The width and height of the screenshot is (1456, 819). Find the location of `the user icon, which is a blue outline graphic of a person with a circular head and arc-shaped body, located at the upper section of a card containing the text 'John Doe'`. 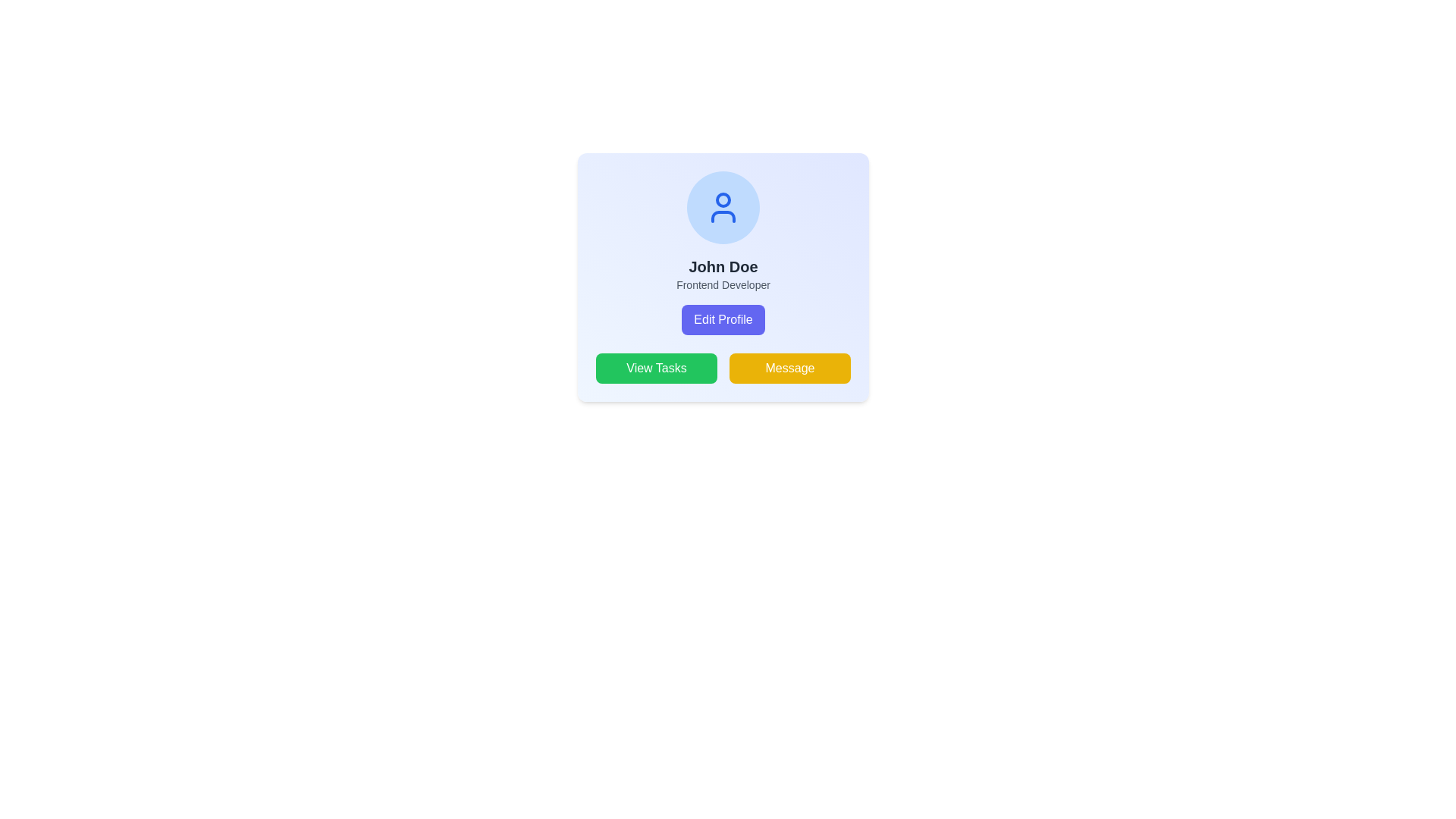

the user icon, which is a blue outline graphic of a person with a circular head and arc-shaped body, located at the upper section of a card containing the text 'John Doe' is located at coordinates (723, 207).